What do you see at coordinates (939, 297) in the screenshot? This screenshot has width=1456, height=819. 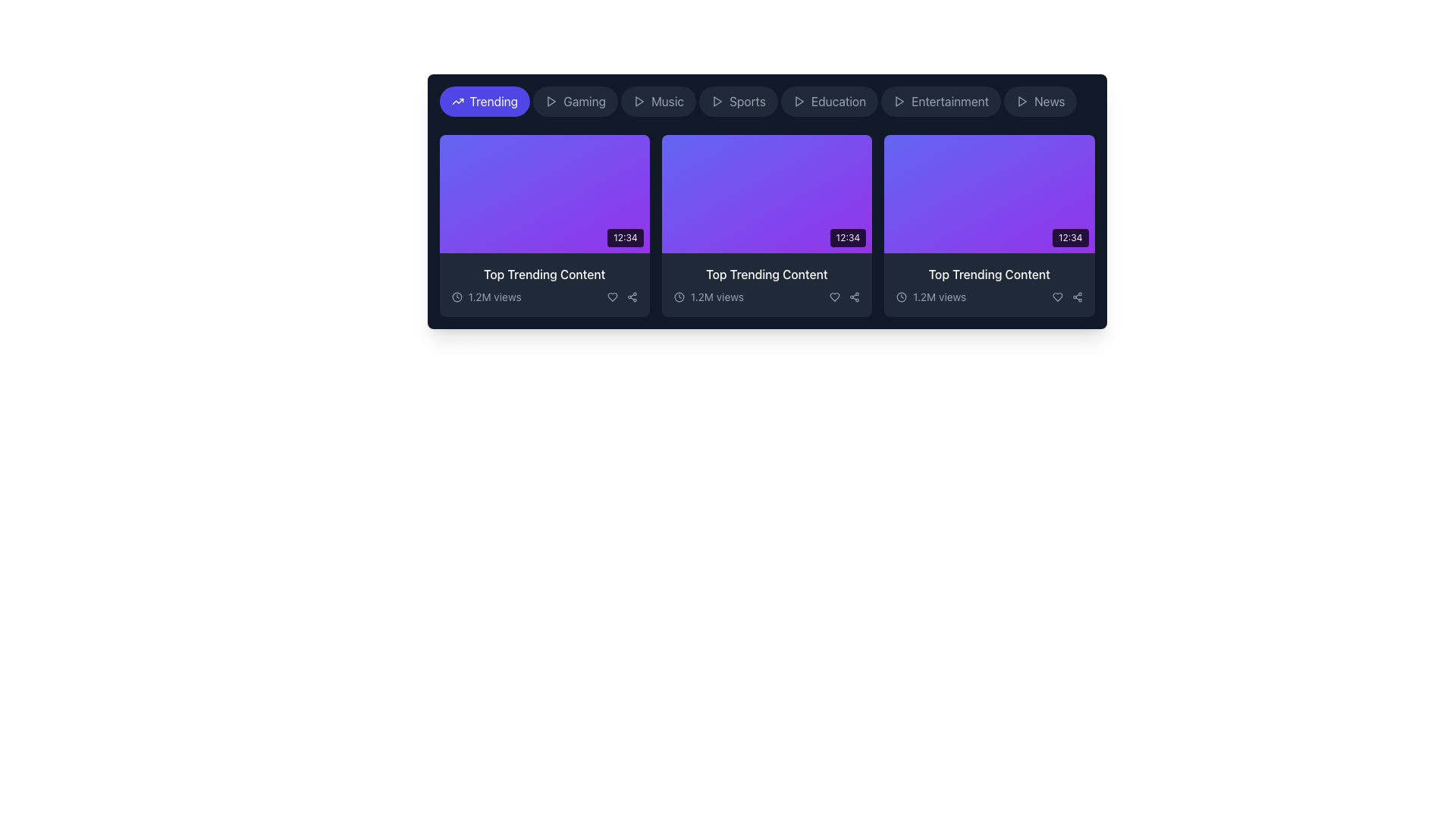 I see `the text label displaying '1.2M views.' which is located below the title 'Top Trending Content' and adjacent to a clock icon` at bounding box center [939, 297].